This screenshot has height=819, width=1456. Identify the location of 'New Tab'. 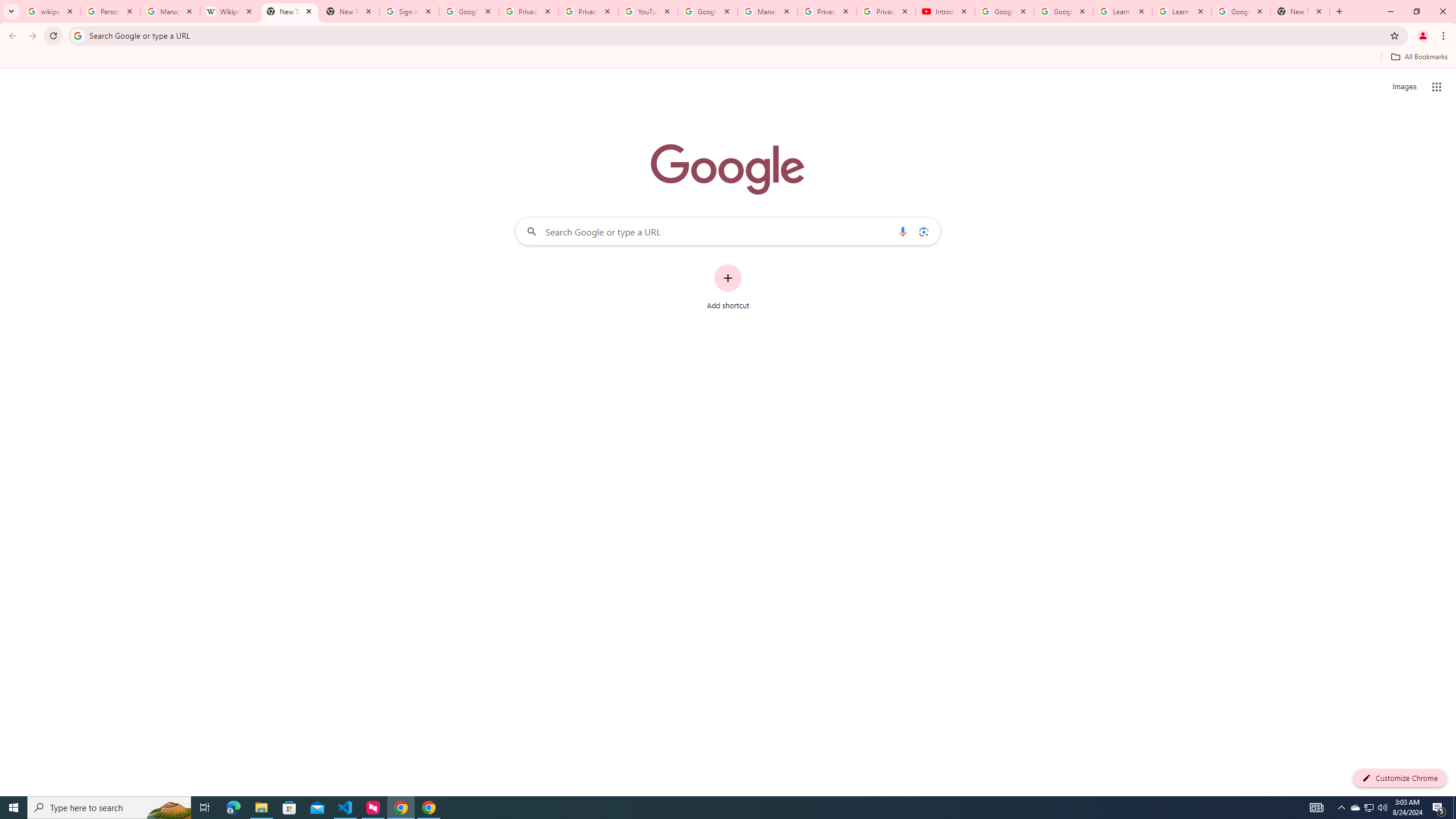
(1300, 11).